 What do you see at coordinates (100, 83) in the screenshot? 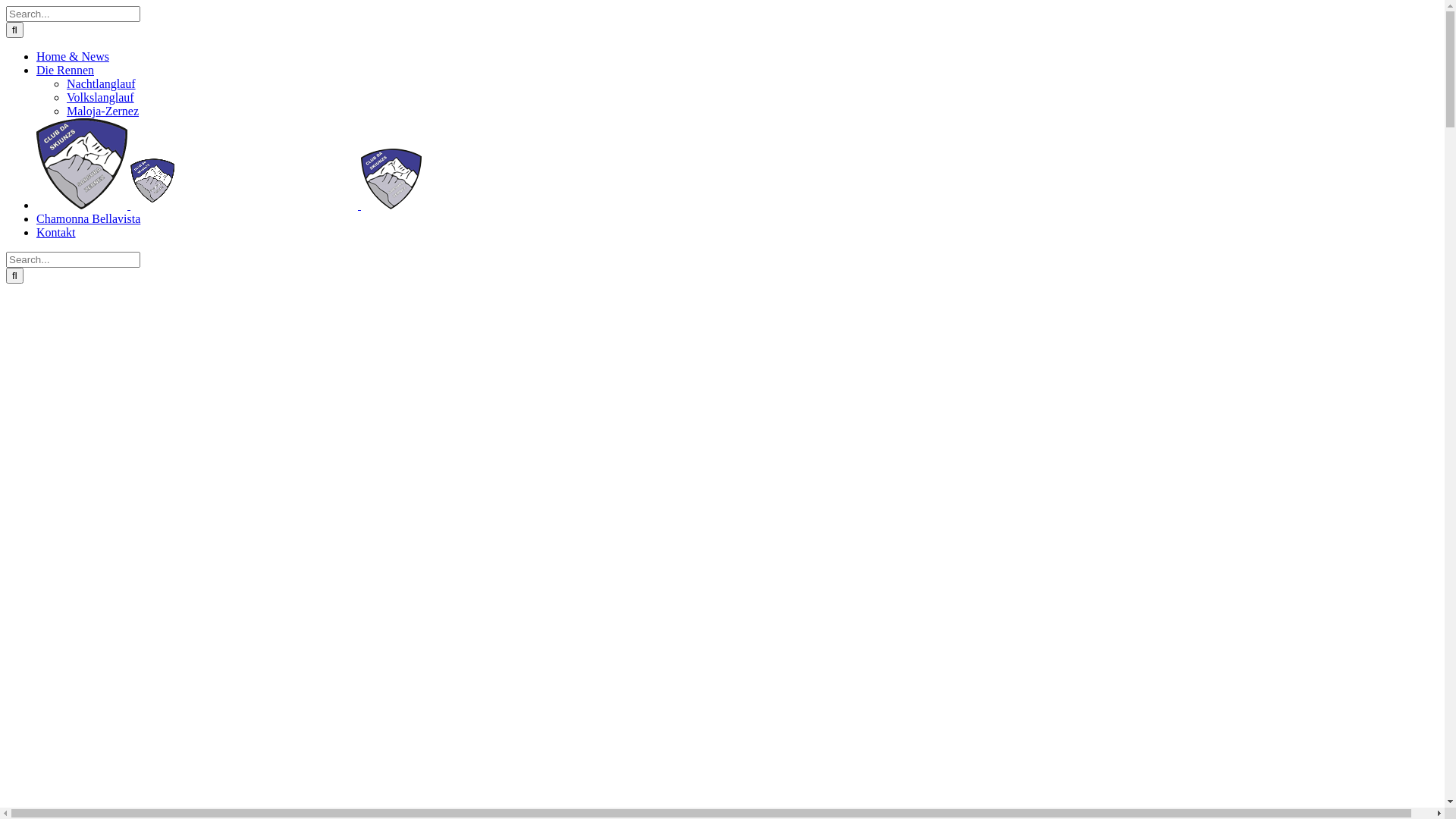
I see `'Nachtlanglauf'` at bounding box center [100, 83].